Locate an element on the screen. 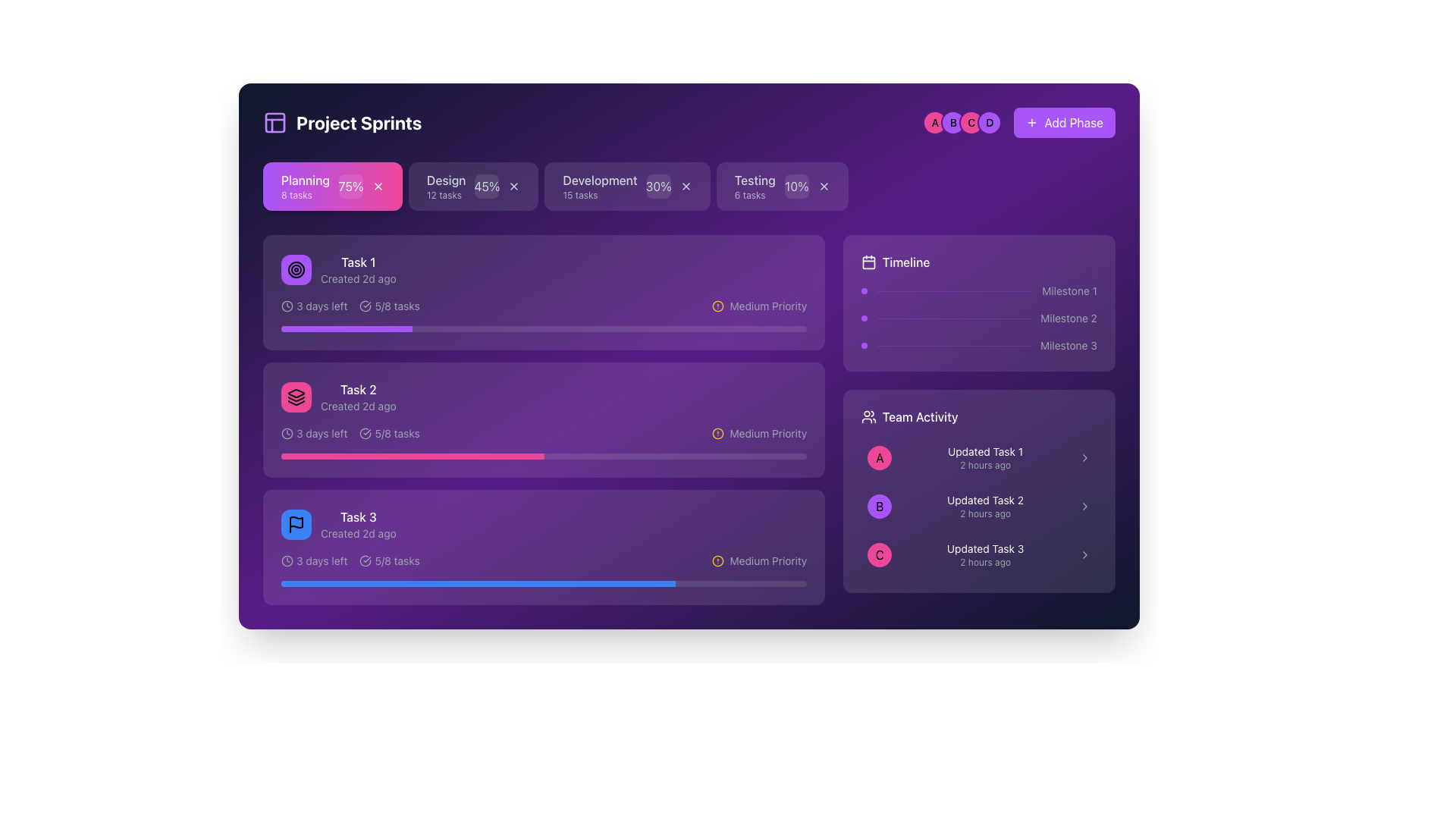 The width and height of the screenshot is (1456, 819). the Circular progress display showing '75%' with a gradient background of purple to pink, located in the 'Planning' section, adjacent to the 'Planning 8 tasks' text and the close icon is located at coordinates (350, 186).